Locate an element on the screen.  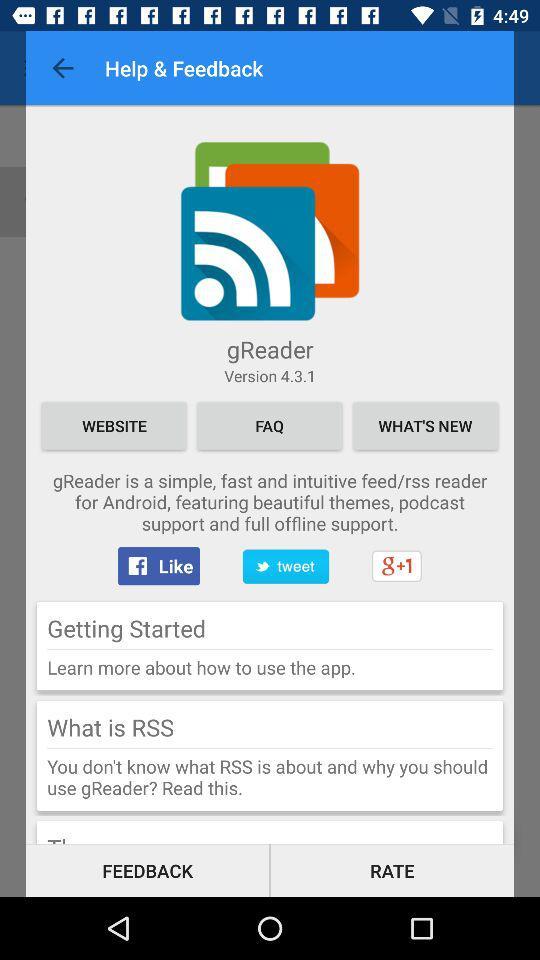
the item to the right of the website icon is located at coordinates (269, 425).